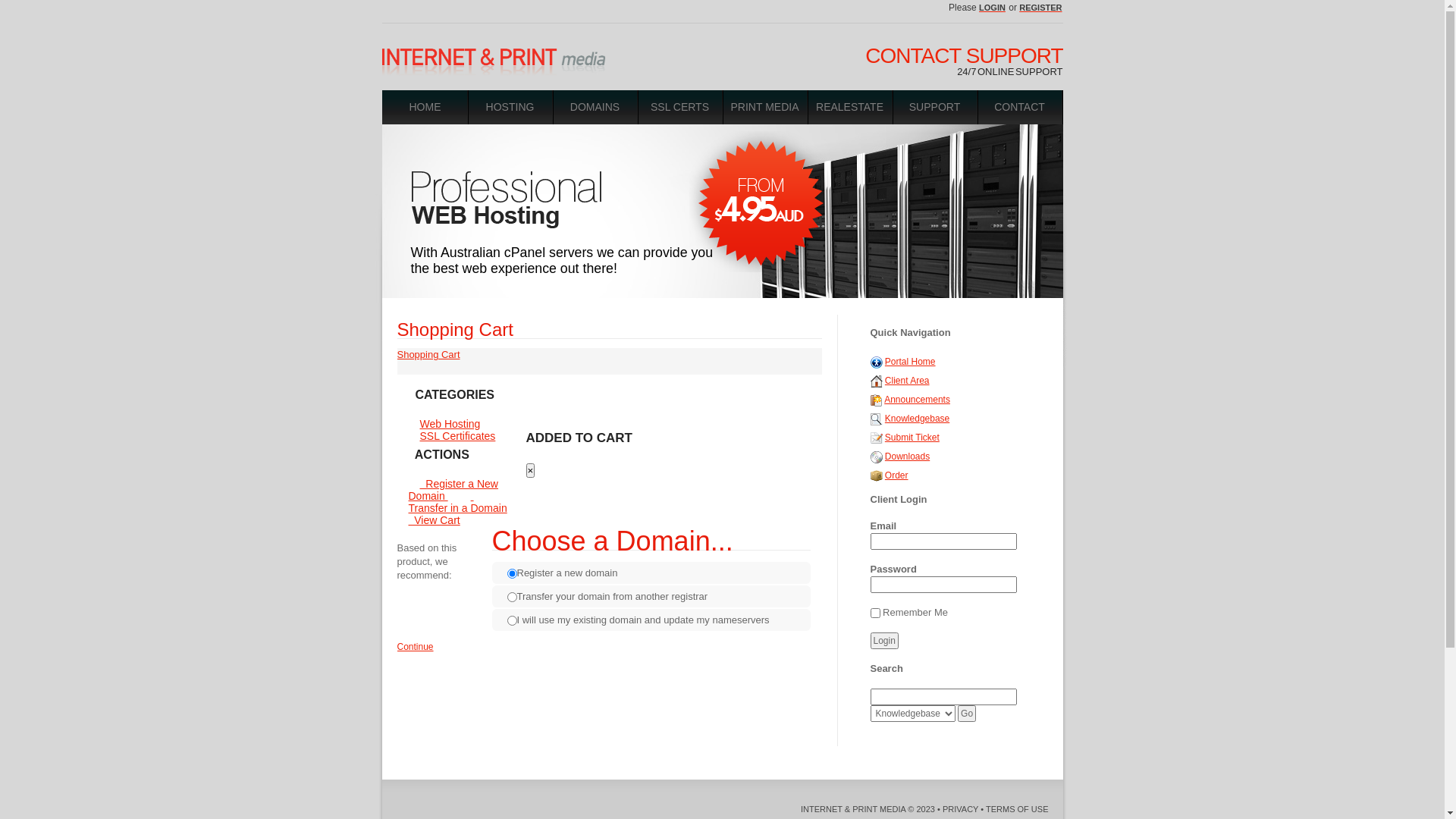 The image size is (1456, 819). I want to click on 'SUPPORT', so click(893, 106).